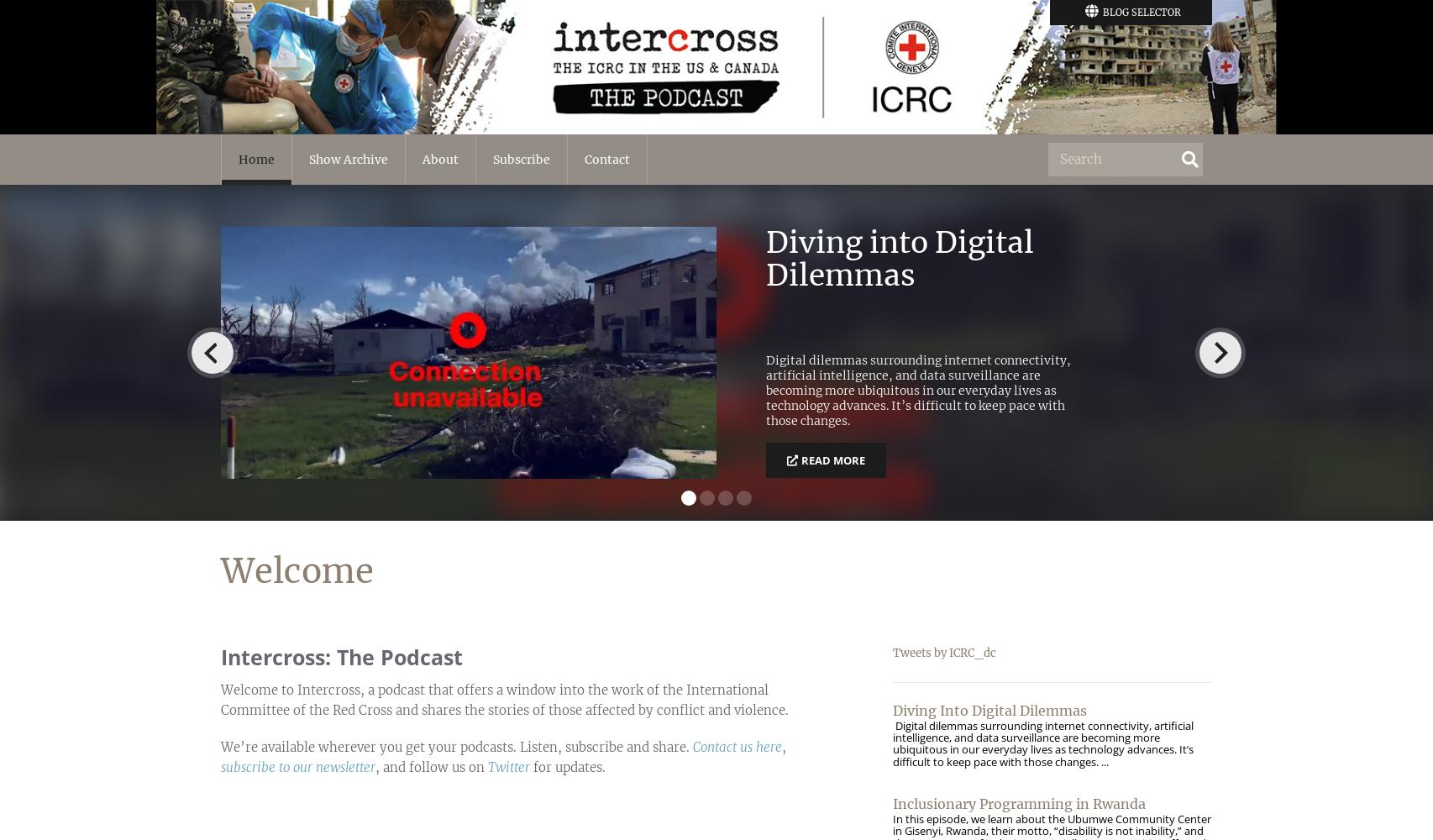 Image resolution: width=1433 pixels, height=840 pixels. Describe the element at coordinates (1042, 743) in the screenshot. I see `'Digital dilemmas surrounding internet connectivity, artificial intelligence, and data surveillance are becoming more ubiquitous in our everyday lives as technology advances. It’s difficult to keep pace with those changes. ...'` at that location.